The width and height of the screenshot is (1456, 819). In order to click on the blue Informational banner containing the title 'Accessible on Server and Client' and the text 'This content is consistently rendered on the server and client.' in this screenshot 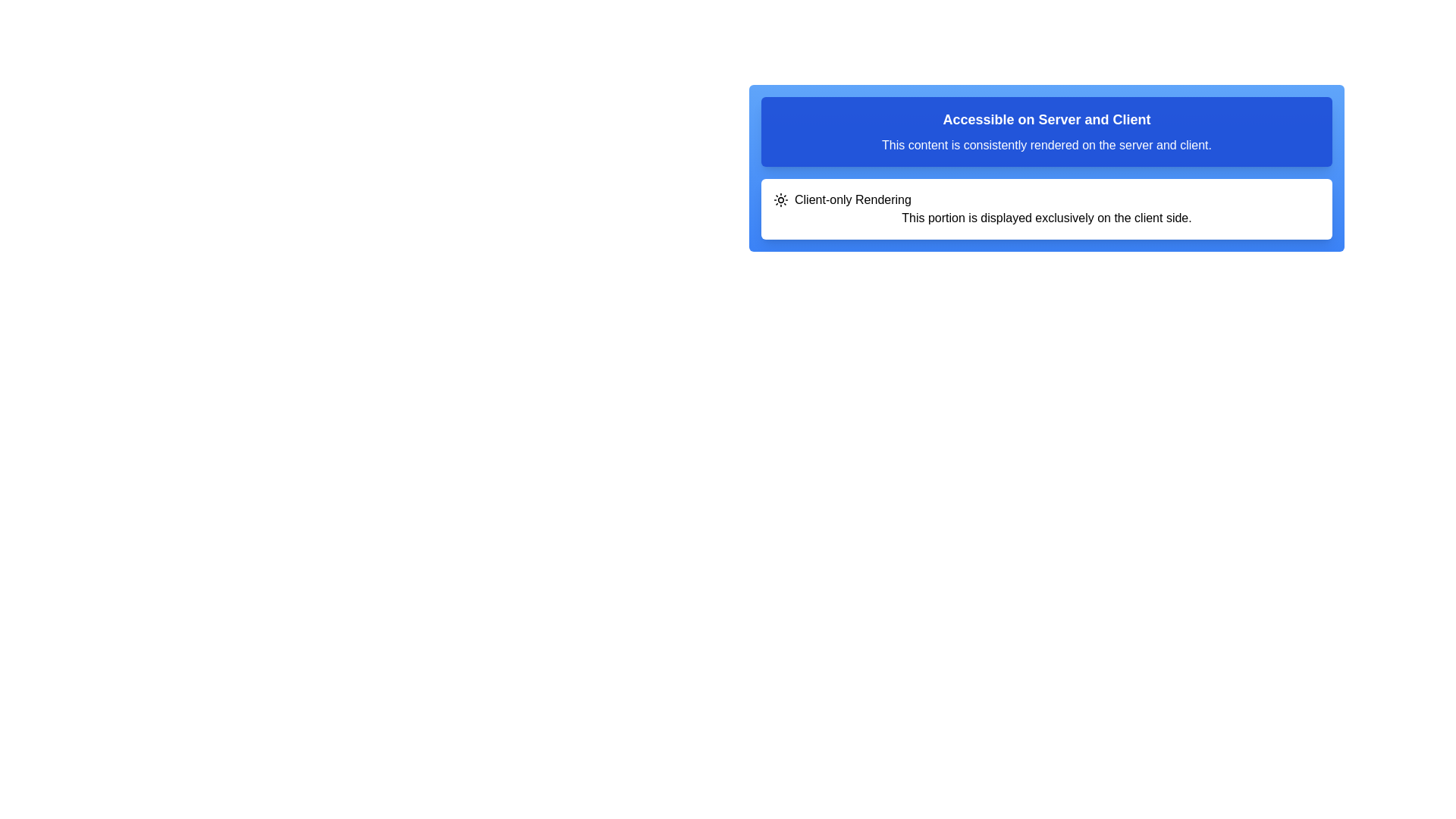, I will do `click(1046, 130)`.